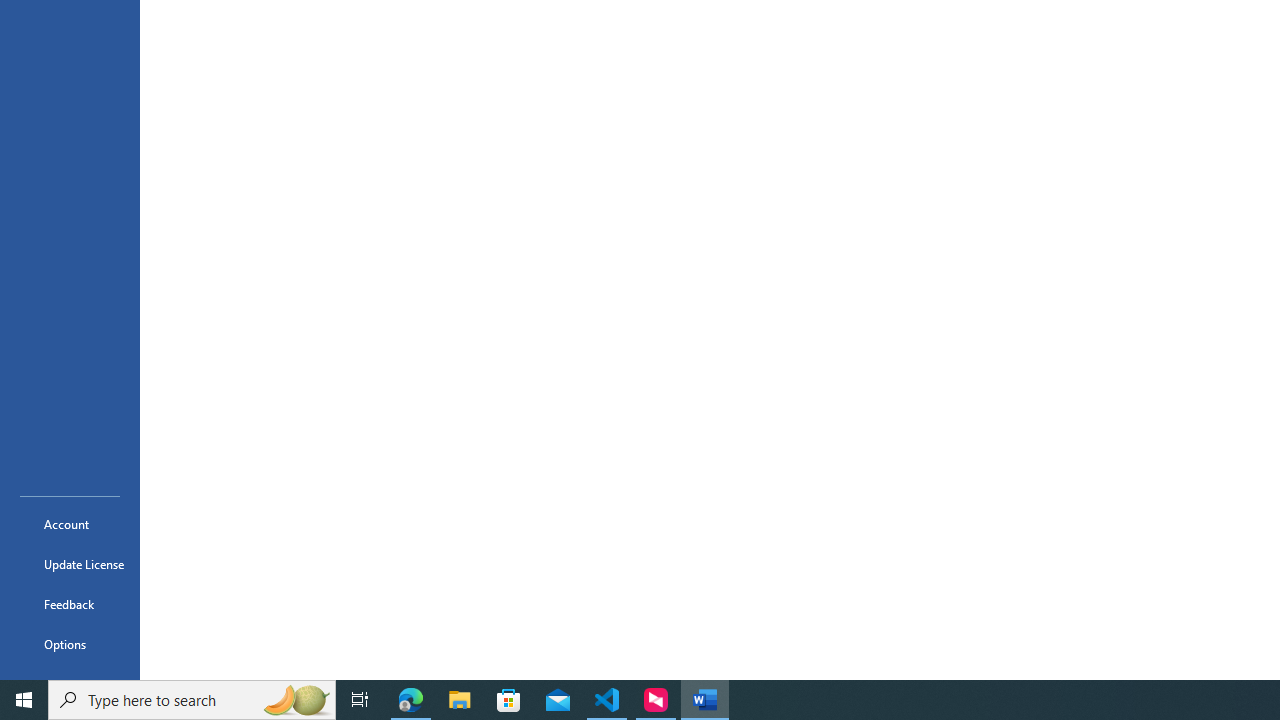 Image resolution: width=1280 pixels, height=720 pixels. What do you see at coordinates (69, 644) in the screenshot?
I see `'Options'` at bounding box center [69, 644].